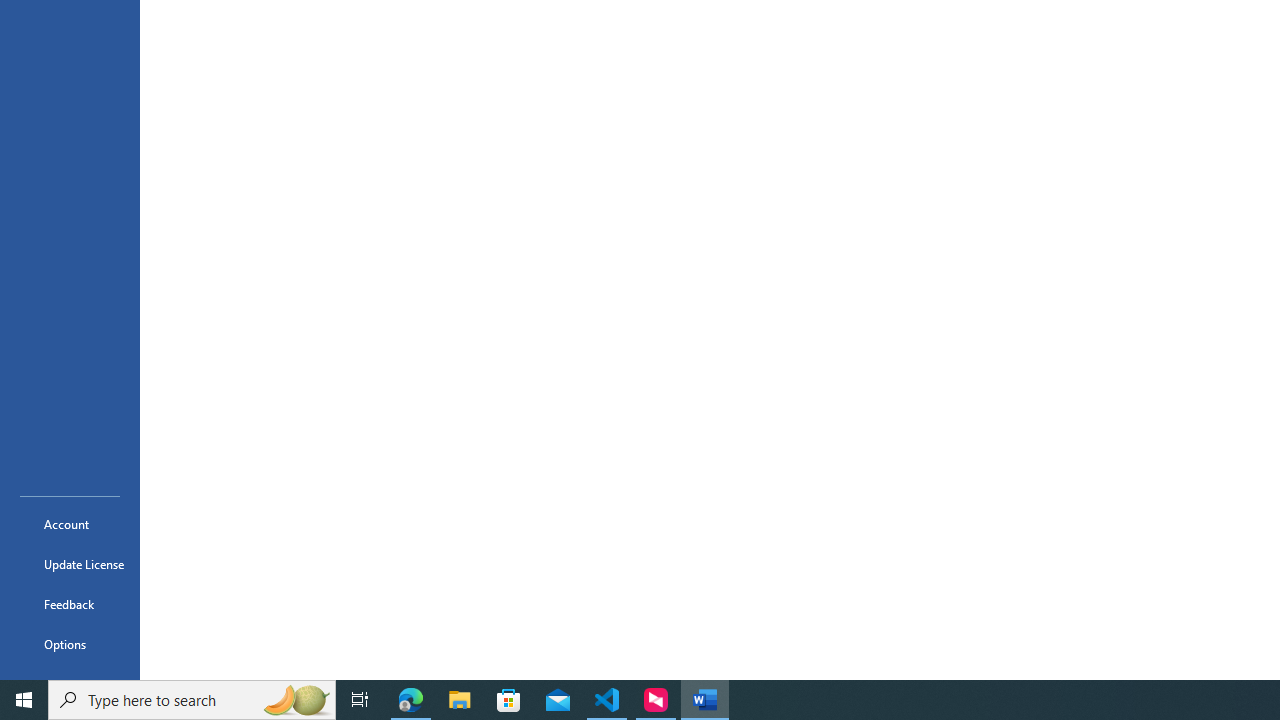 Image resolution: width=1280 pixels, height=720 pixels. What do you see at coordinates (69, 644) in the screenshot?
I see `'Options'` at bounding box center [69, 644].